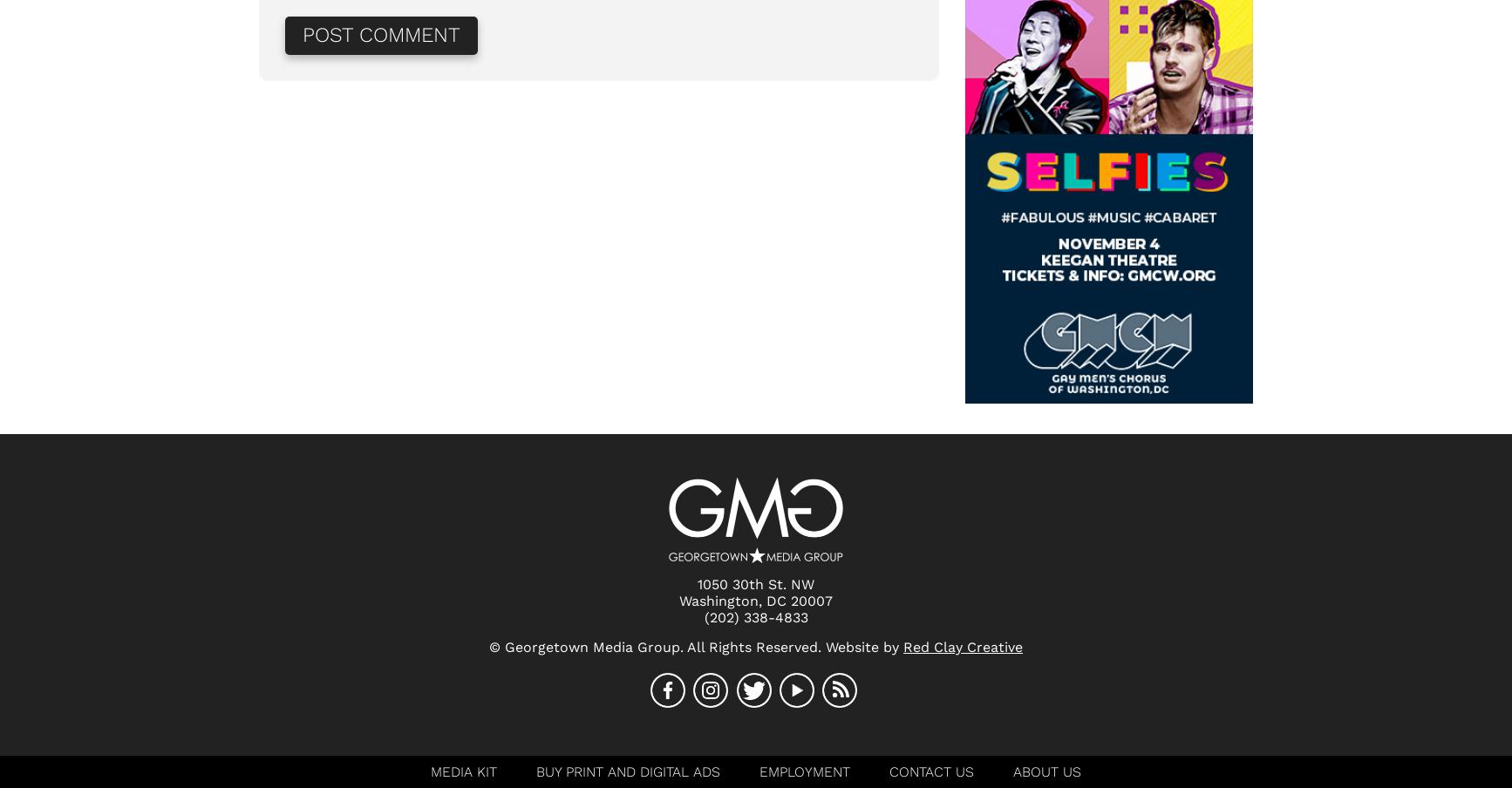 This screenshot has height=788, width=1512. Describe the element at coordinates (462, 771) in the screenshot. I see `'Media Kit'` at that location.